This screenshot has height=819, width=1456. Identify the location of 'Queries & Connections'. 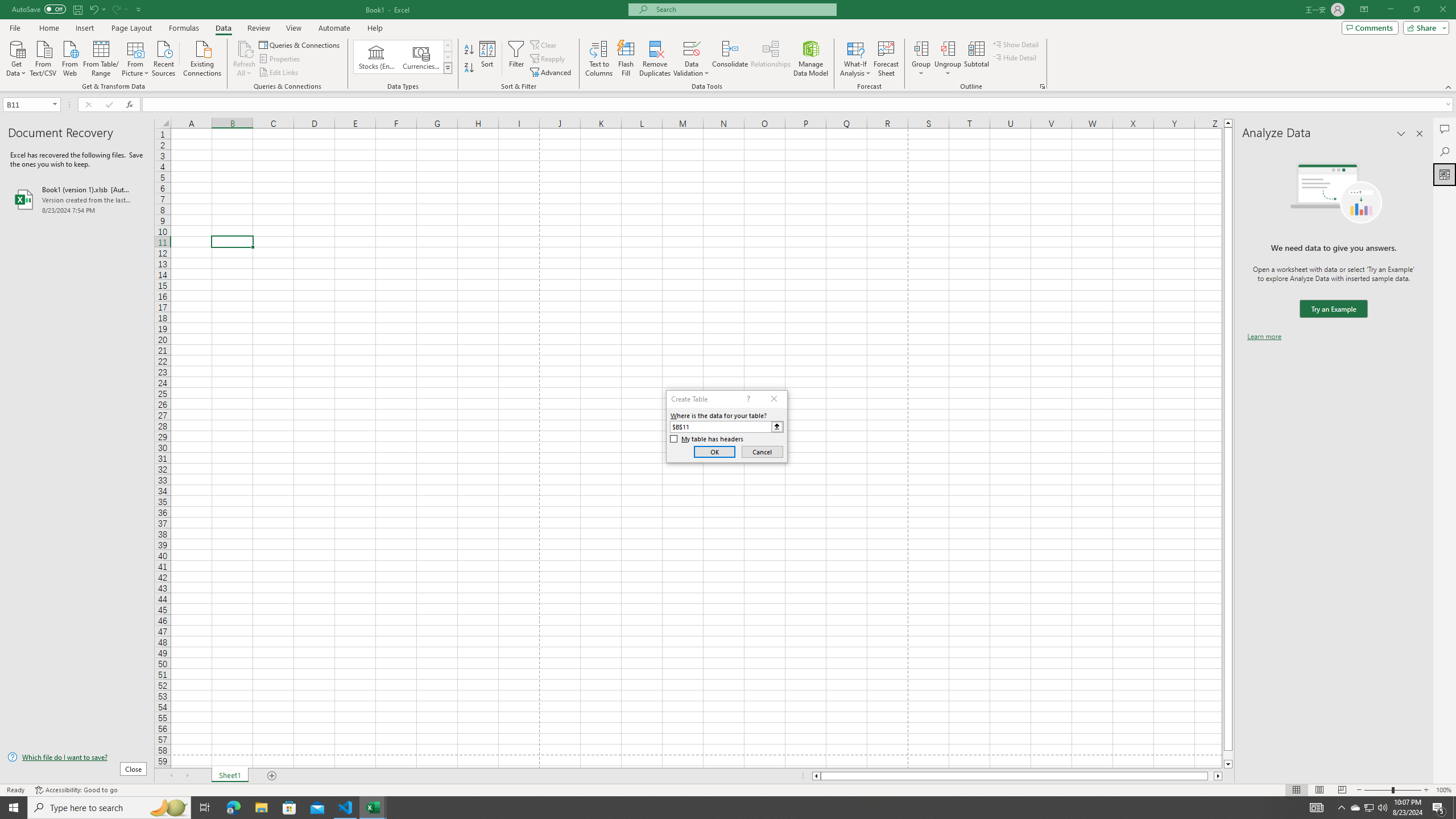
(300, 44).